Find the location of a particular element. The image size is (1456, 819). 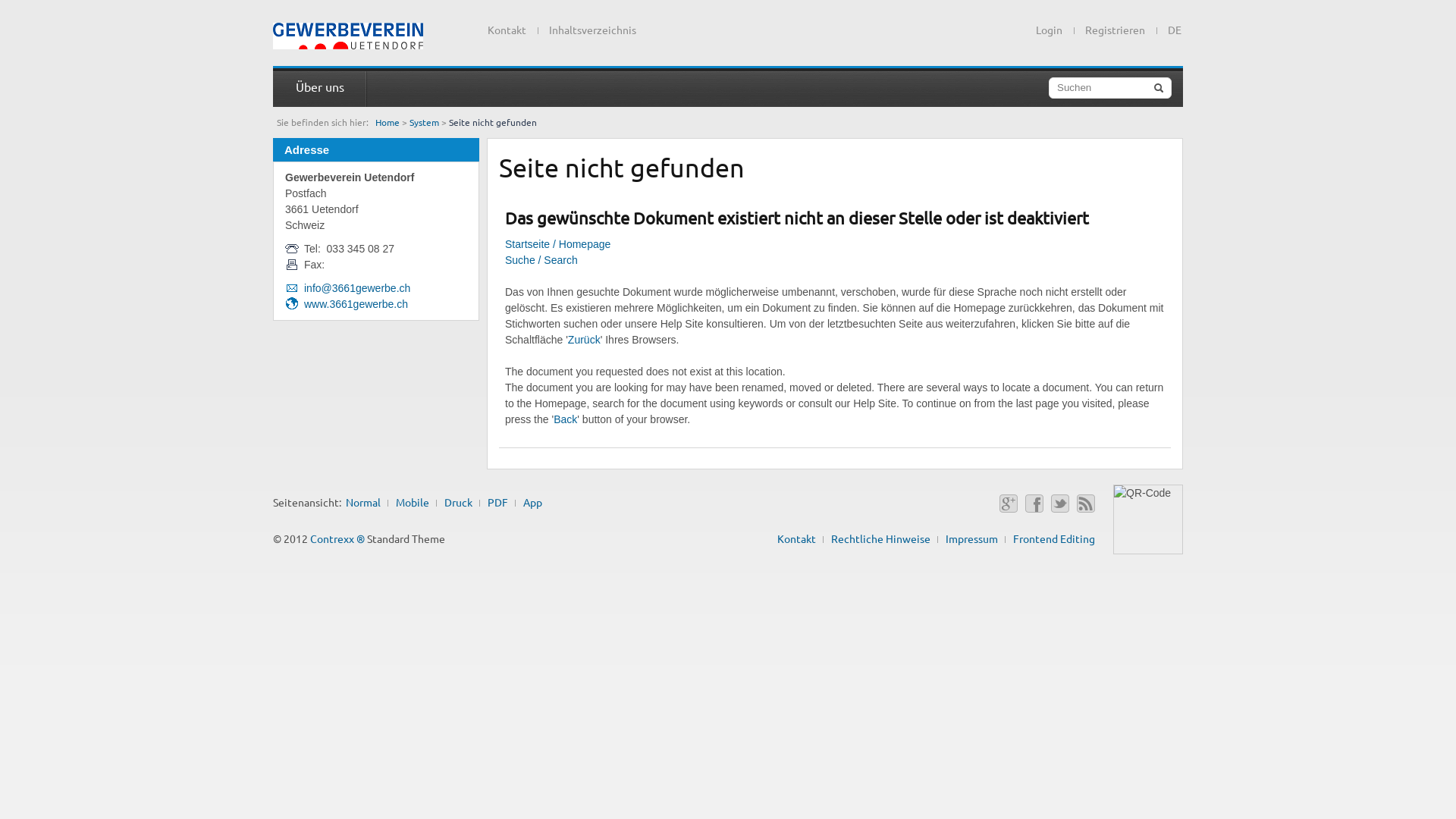

'info@3661gewerbe.ch' is located at coordinates (356, 288).